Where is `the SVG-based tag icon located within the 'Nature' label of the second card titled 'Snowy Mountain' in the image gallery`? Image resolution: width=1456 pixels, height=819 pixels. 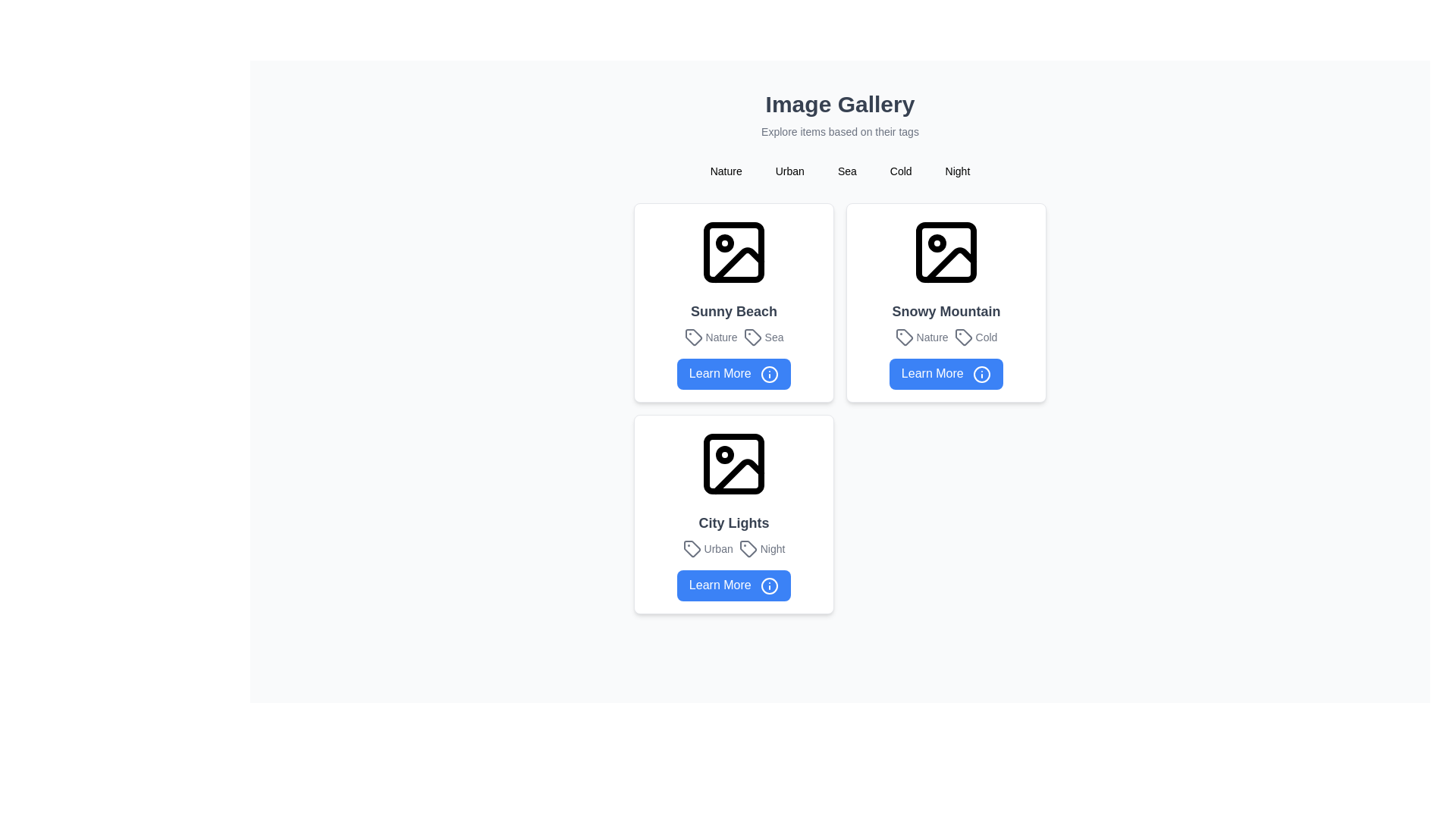
the SVG-based tag icon located within the 'Nature' label of the second card titled 'Snowy Mountain' in the image gallery is located at coordinates (904, 336).